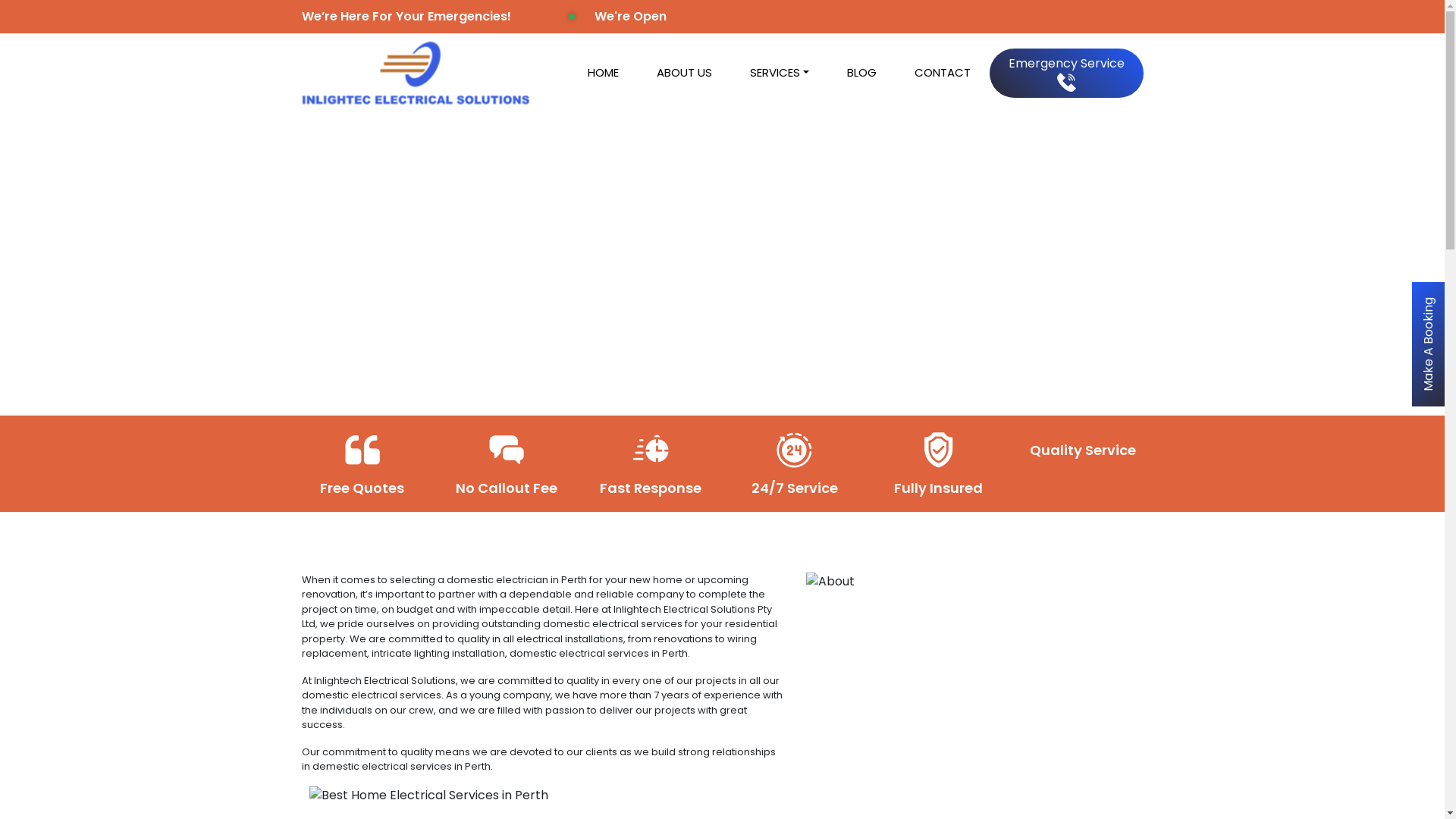  Describe the element at coordinates (1065, 73) in the screenshot. I see `'Emergency Service'` at that location.